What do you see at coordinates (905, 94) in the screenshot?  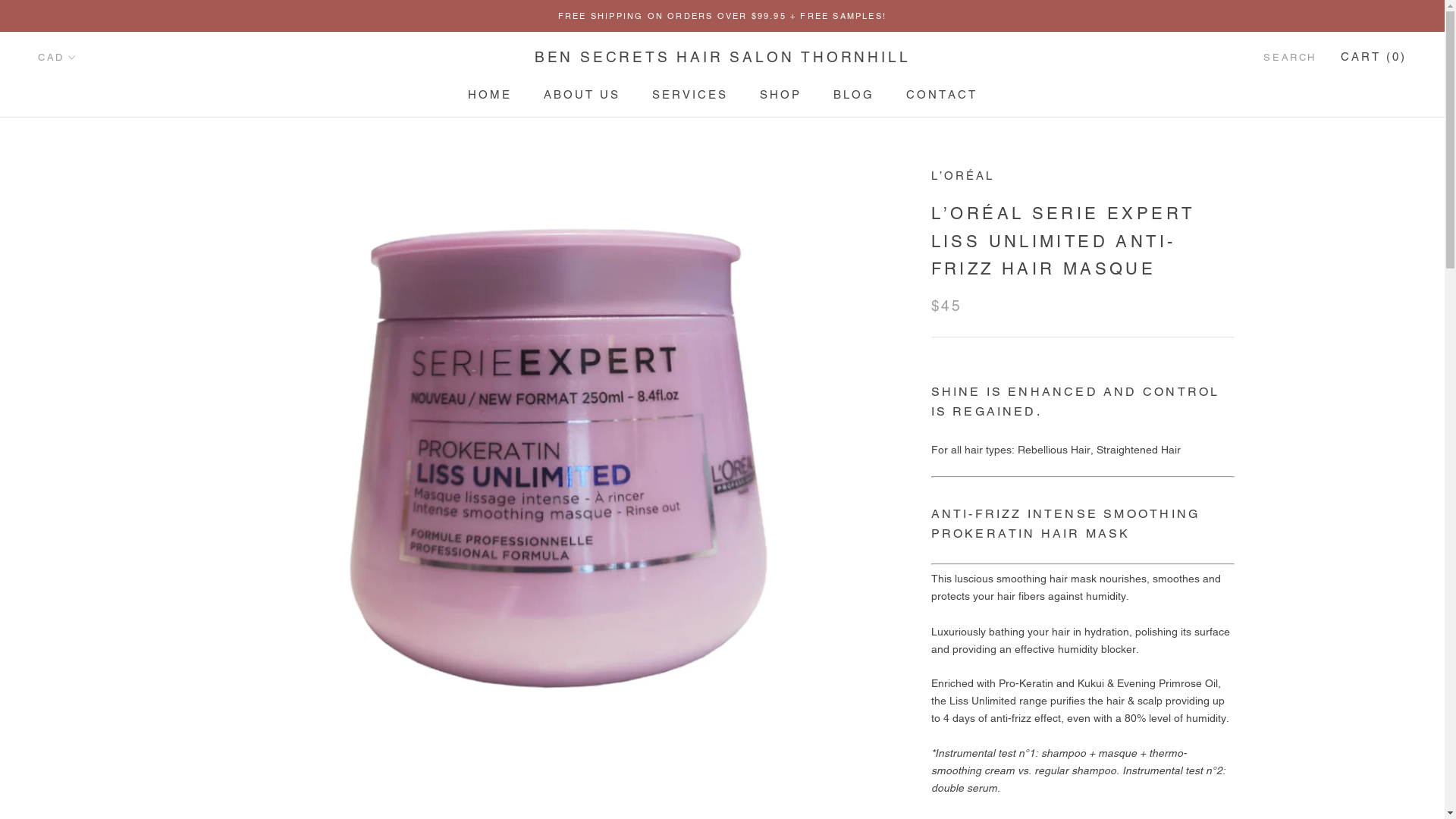 I see `'CONTACT` at bounding box center [905, 94].